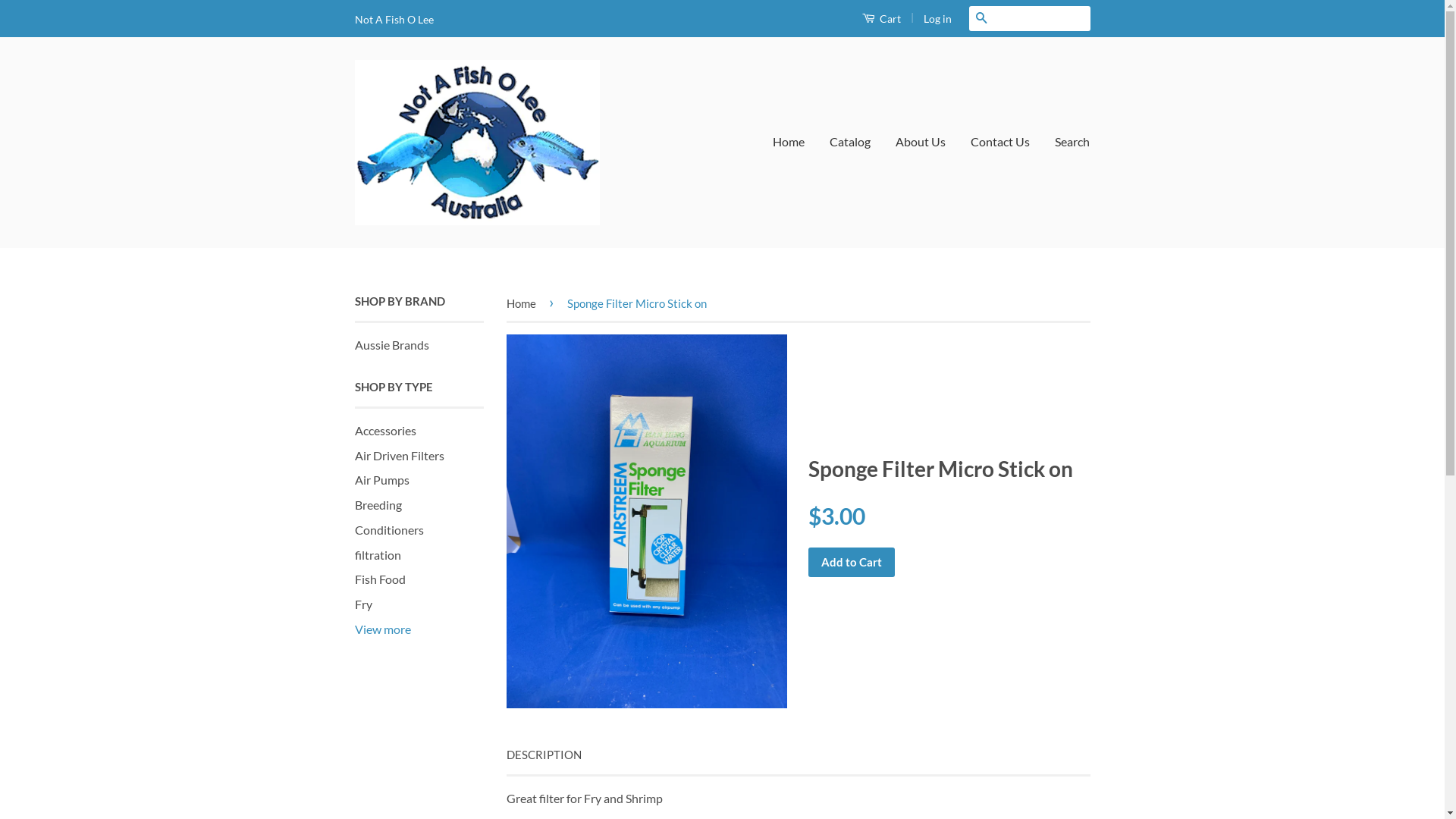 This screenshot has width=1456, height=819. What do you see at coordinates (380, 579) in the screenshot?
I see `'Fish Food'` at bounding box center [380, 579].